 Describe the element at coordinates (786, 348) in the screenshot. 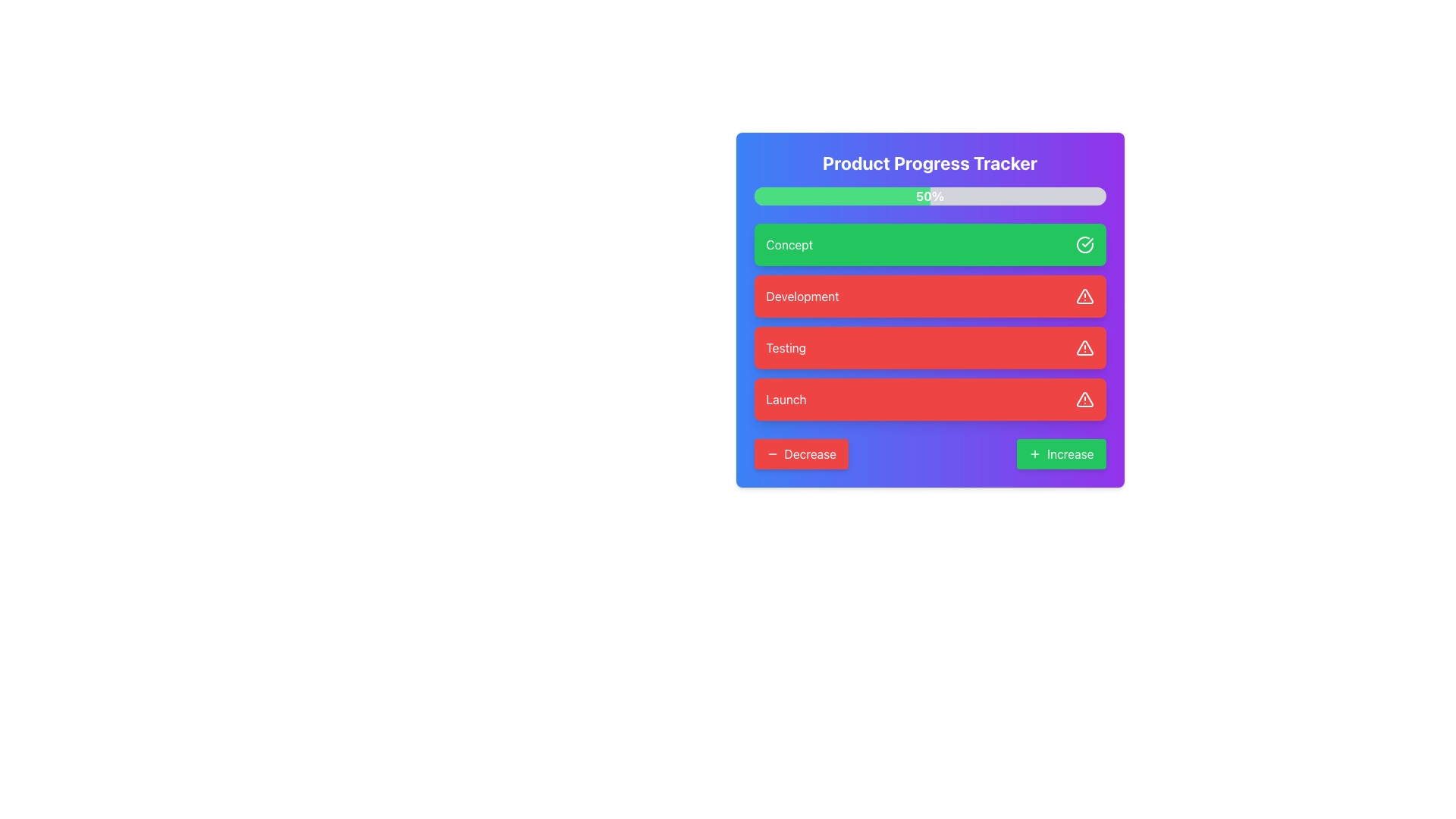

I see `the text label displaying 'Testing' with a red background, which is the third item in a vertical list of buttons in the main content area, positioned under the 'Development' button and above the 'Launch' button` at that location.